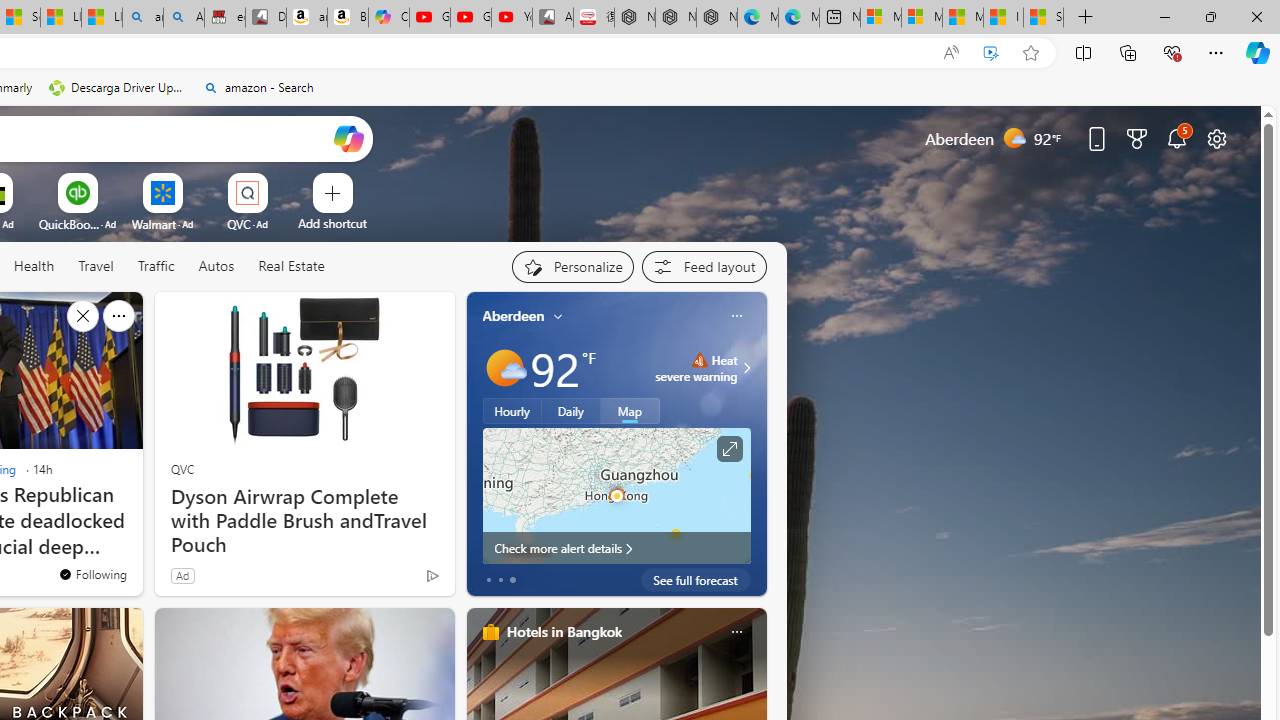 The image size is (1280, 720). Describe the element at coordinates (1209, 16) in the screenshot. I see `'Restore'` at that location.